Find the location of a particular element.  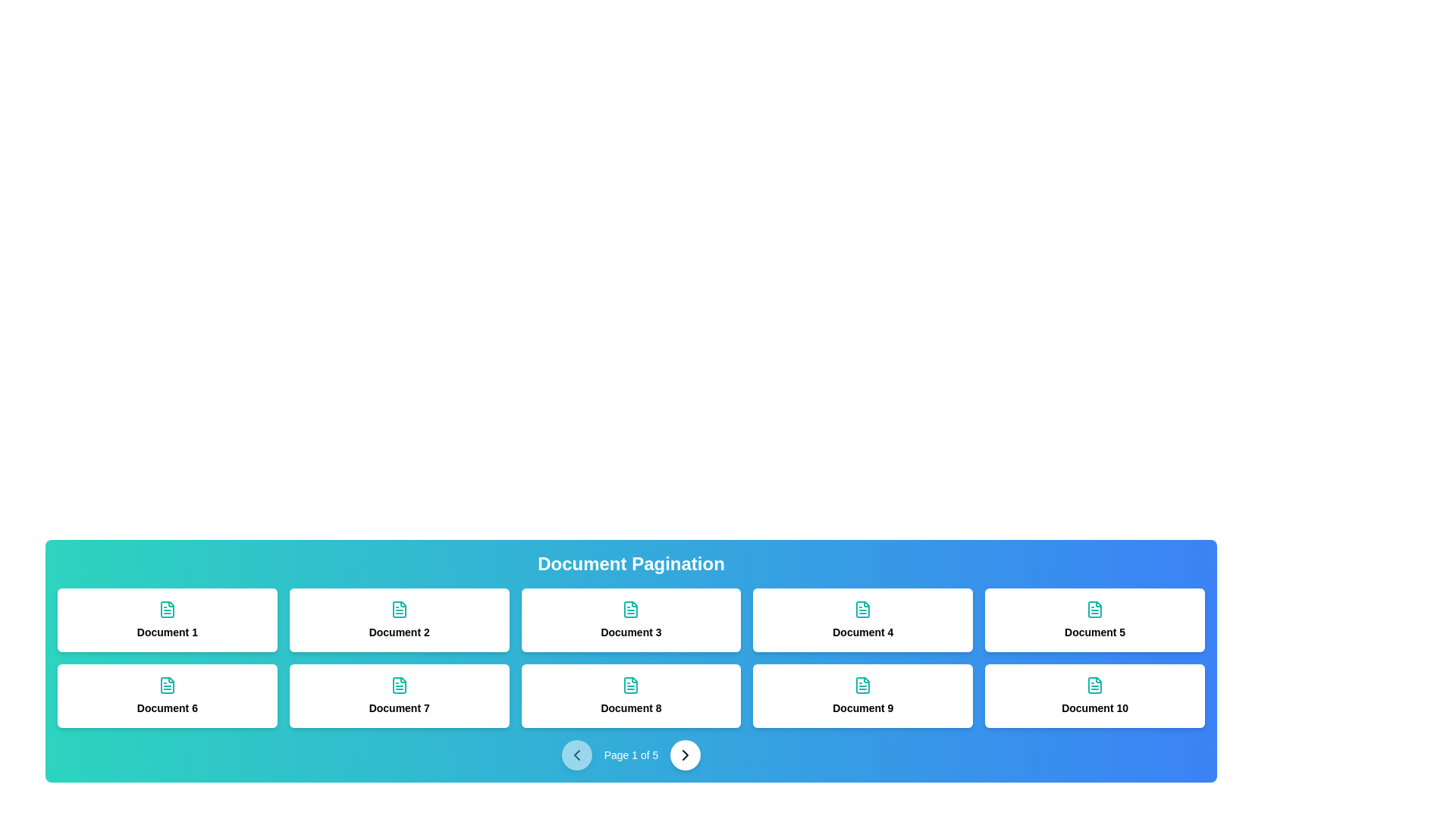

the pagination button with an embedded SVG icon located at the bottom center of the interface is located at coordinates (684, 755).